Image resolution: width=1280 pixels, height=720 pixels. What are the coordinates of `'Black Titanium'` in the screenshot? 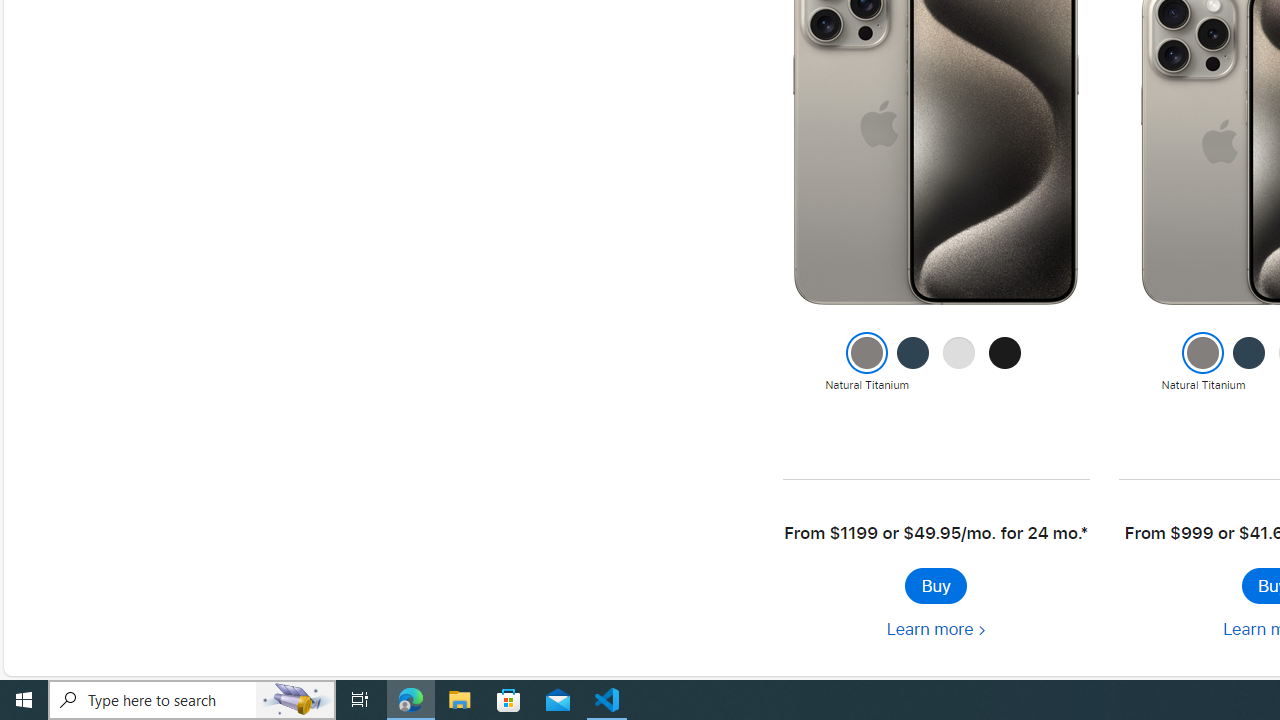 It's located at (1005, 363).